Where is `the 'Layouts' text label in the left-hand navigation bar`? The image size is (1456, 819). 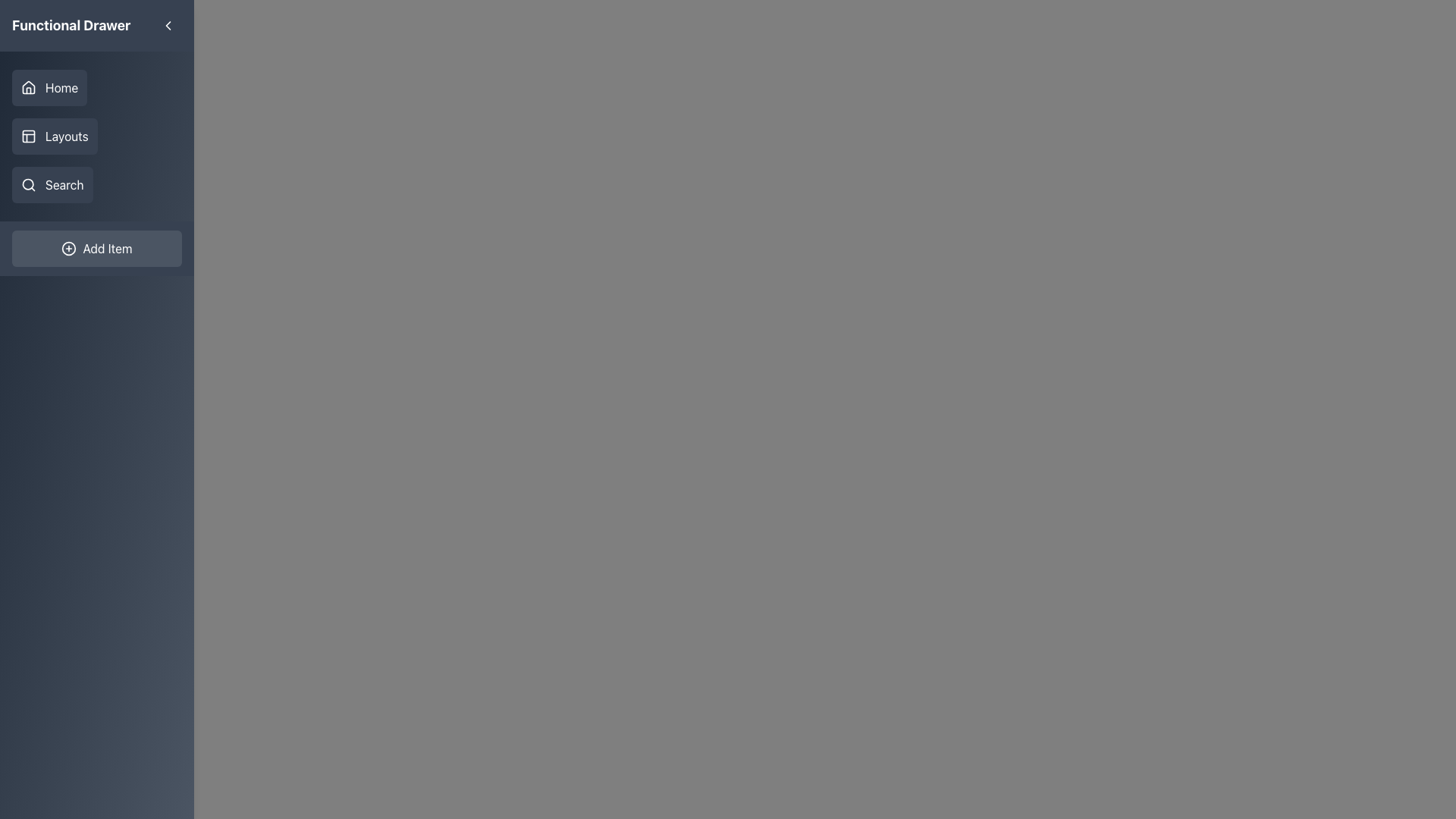
the 'Layouts' text label in the left-hand navigation bar is located at coordinates (66, 136).